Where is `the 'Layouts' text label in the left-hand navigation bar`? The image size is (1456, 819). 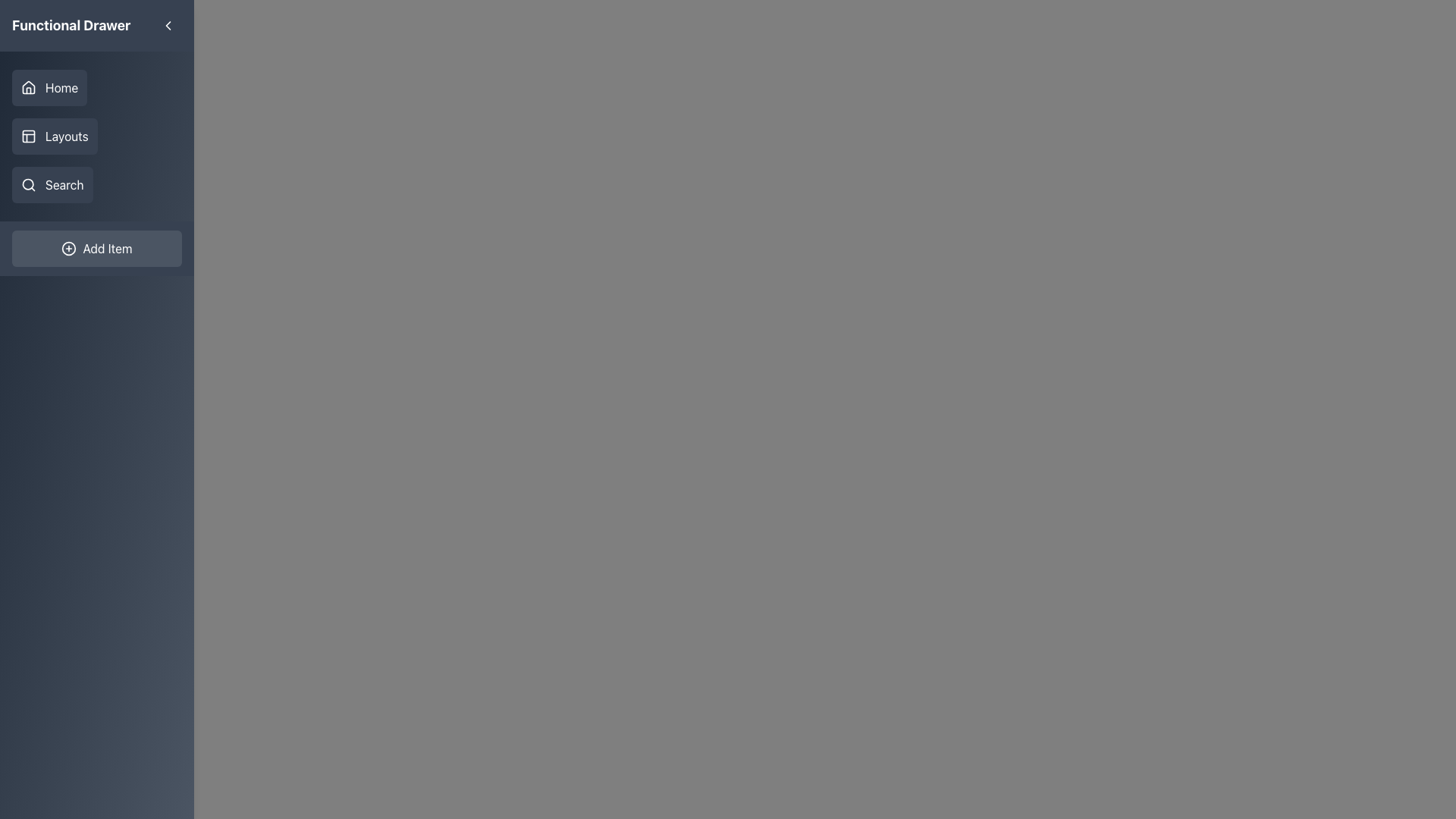
the 'Layouts' text label in the left-hand navigation bar is located at coordinates (66, 136).